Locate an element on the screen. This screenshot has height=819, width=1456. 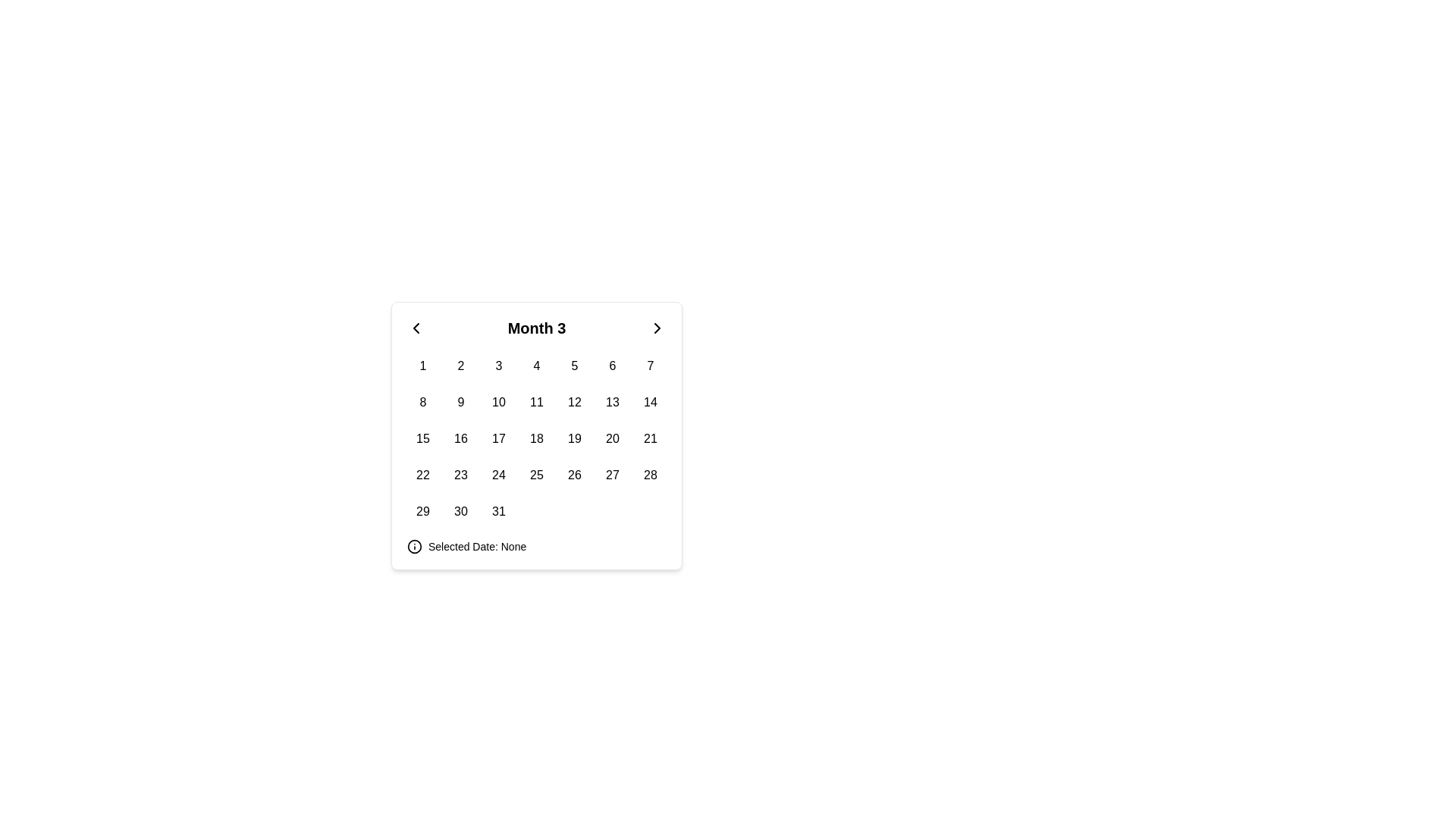
the static text label representing the date '29' in the calendar, which is located in the bottom row, first column of the grid is located at coordinates (422, 512).